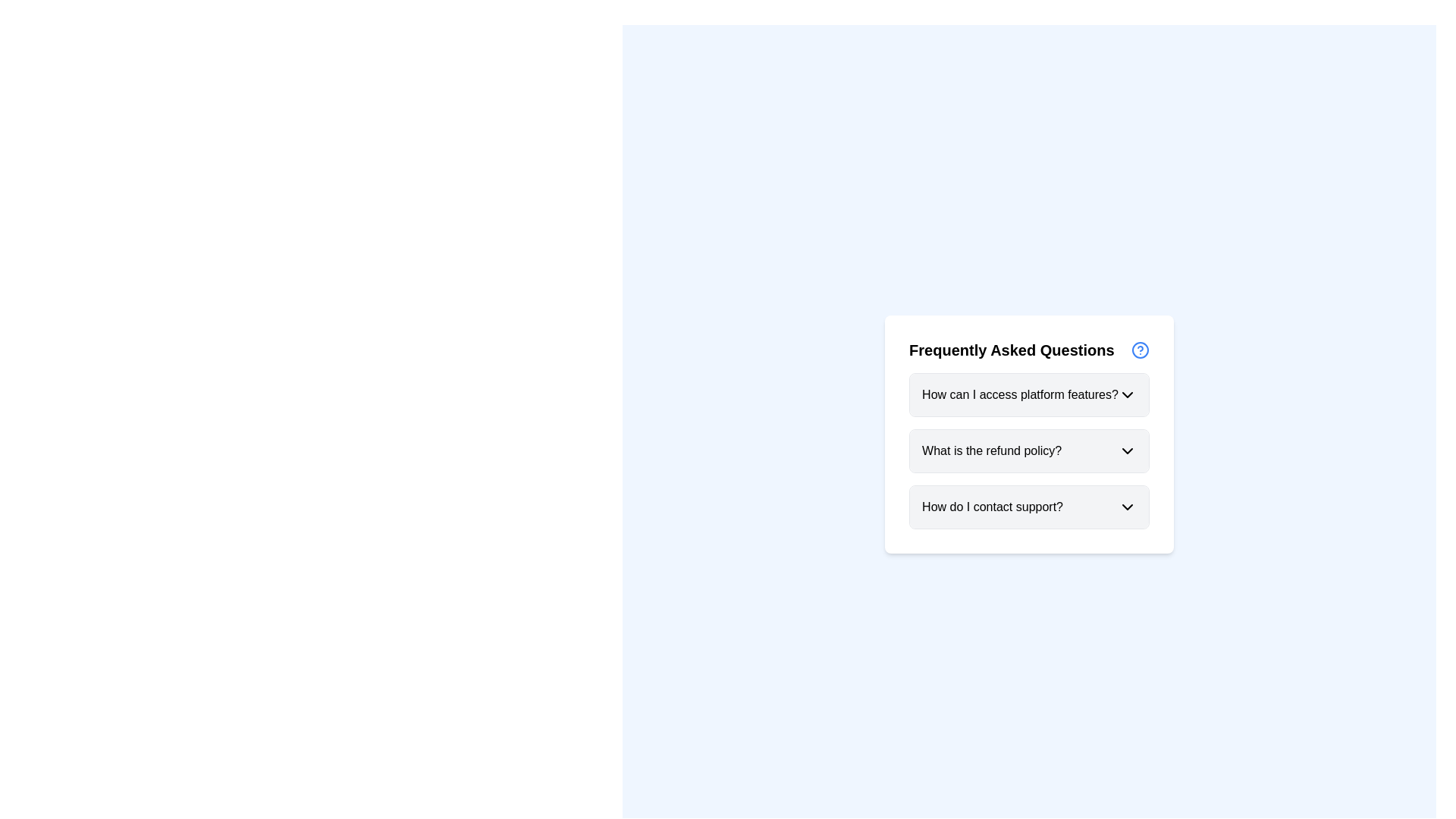 This screenshot has width=1456, height=819. Describe the element at coordinates (1029, 450) in the screenshot. I see `the second question in the Expandable FAQ section` at that location.